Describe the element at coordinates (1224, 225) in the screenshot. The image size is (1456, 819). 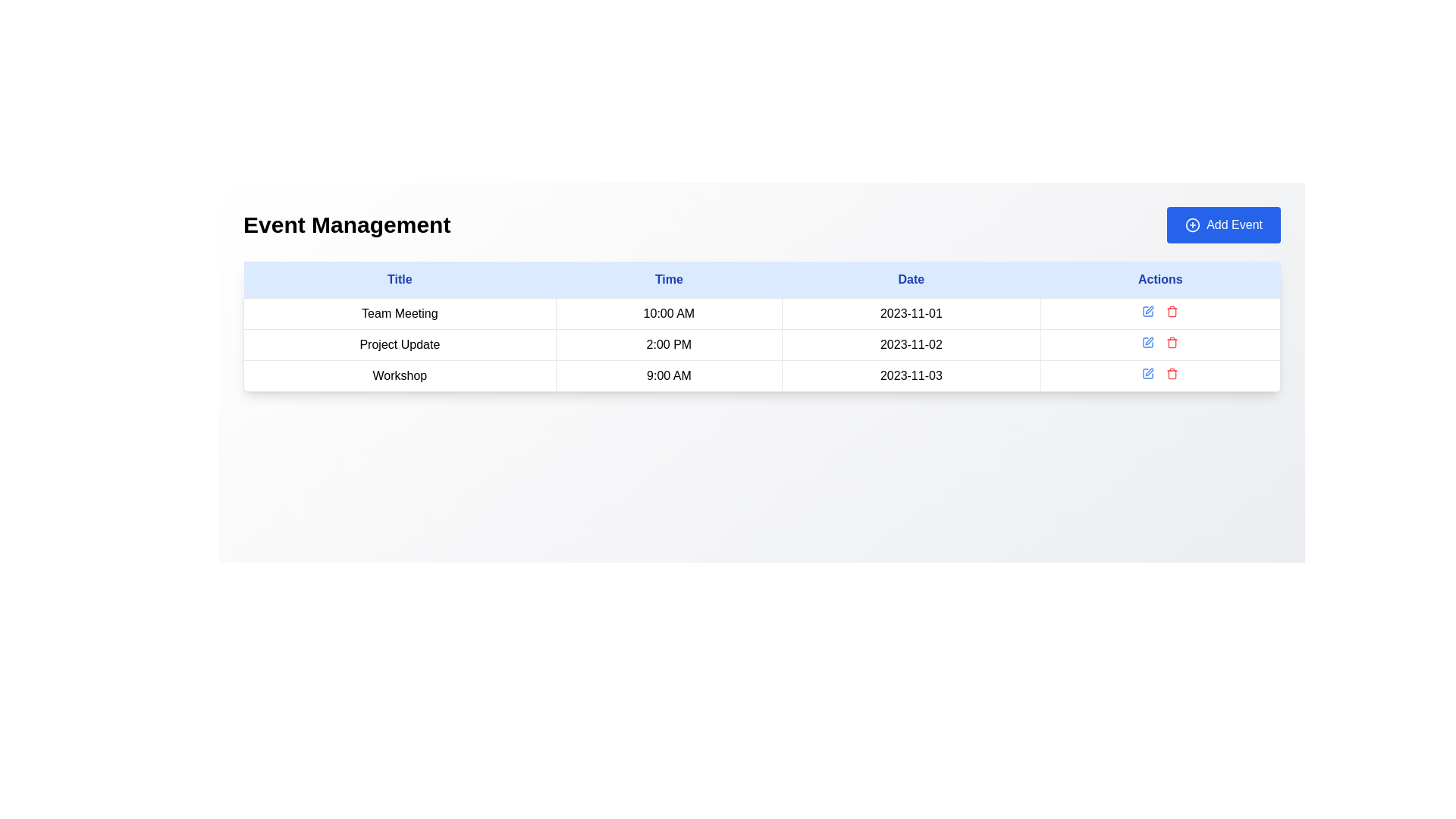
I see `the 'Add Event' button, a blue rectangular button with rounded edges located in the header section labeled 'Event Management.'` at that location.